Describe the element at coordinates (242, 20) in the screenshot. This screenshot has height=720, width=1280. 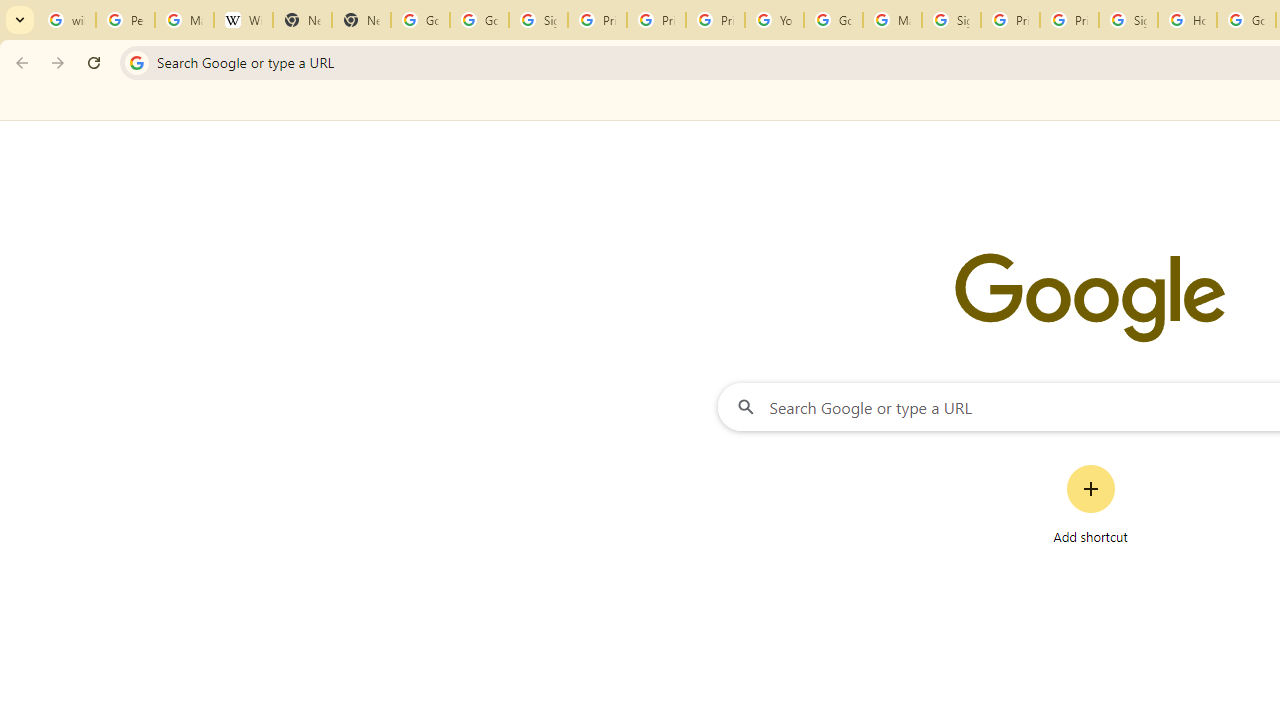
I see `'Wikipedia:Edit requests - Wikipedia'` at that location.